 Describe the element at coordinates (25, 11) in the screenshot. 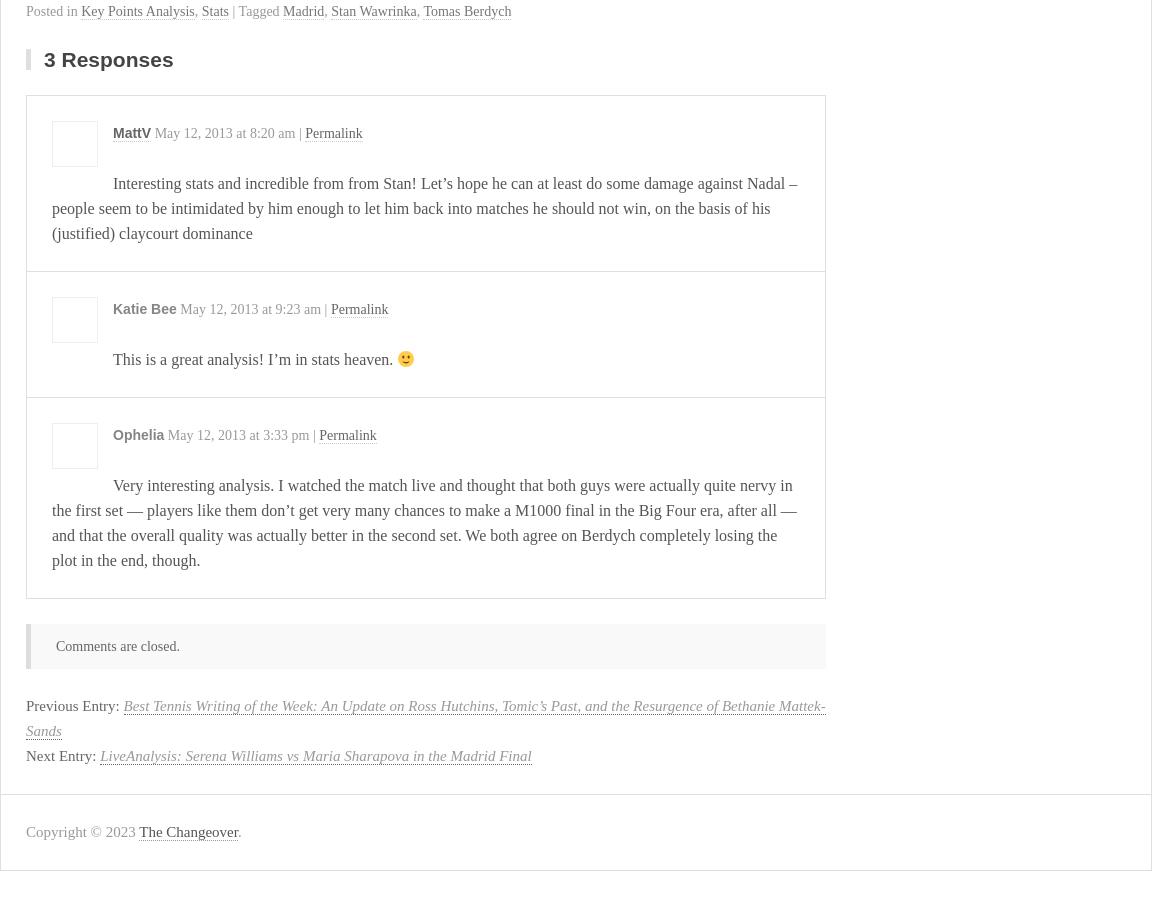

I see `'Posted in'` at that location.